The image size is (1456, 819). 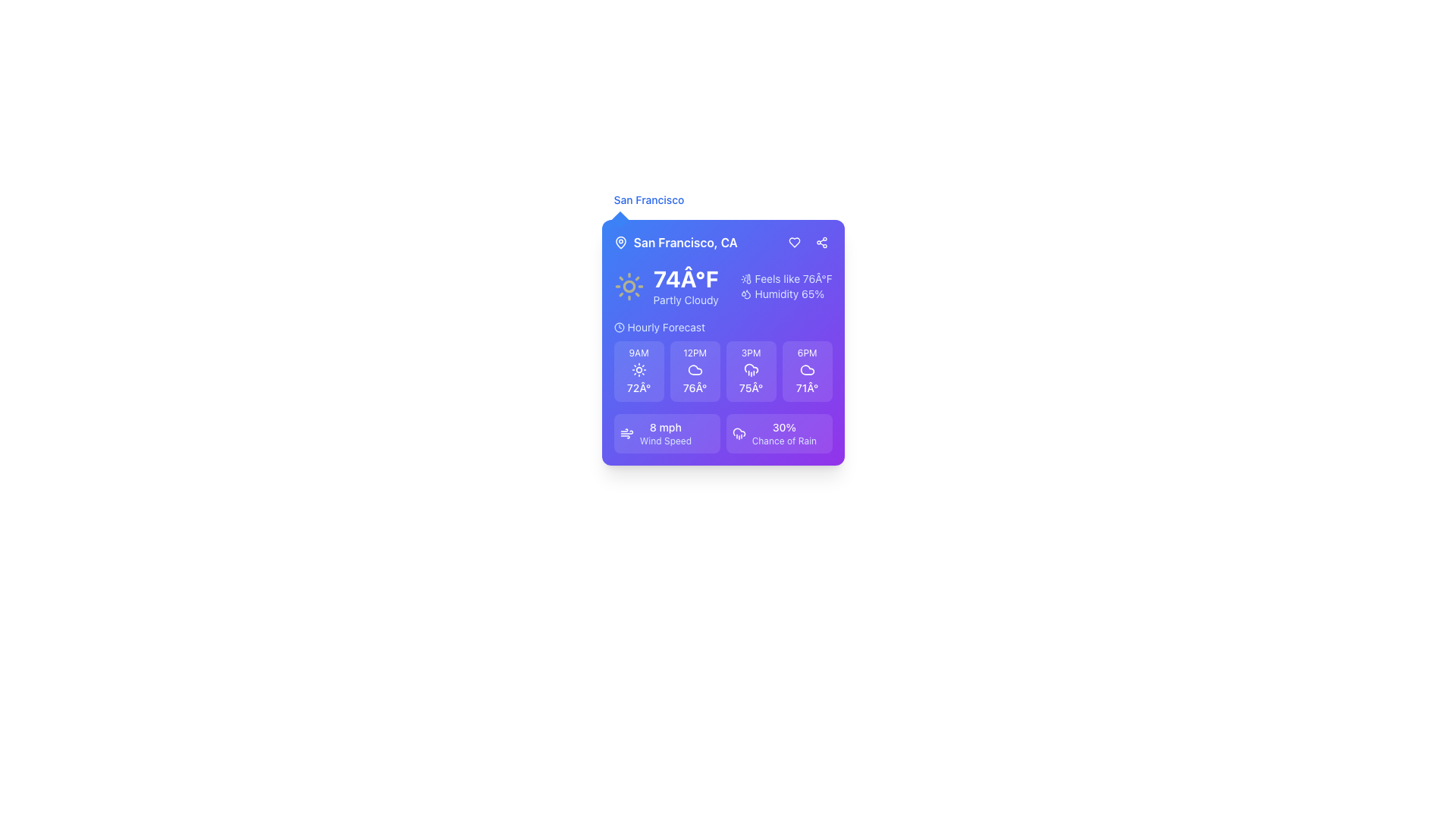 What do you see at coordinates (639, 371) in the screenshot?
I see `the first weather detail card element displaying '9AM' at the top, a sunny weather icon in the middle, and '72Â°' at the bottom` at bounding box center [639, 371].